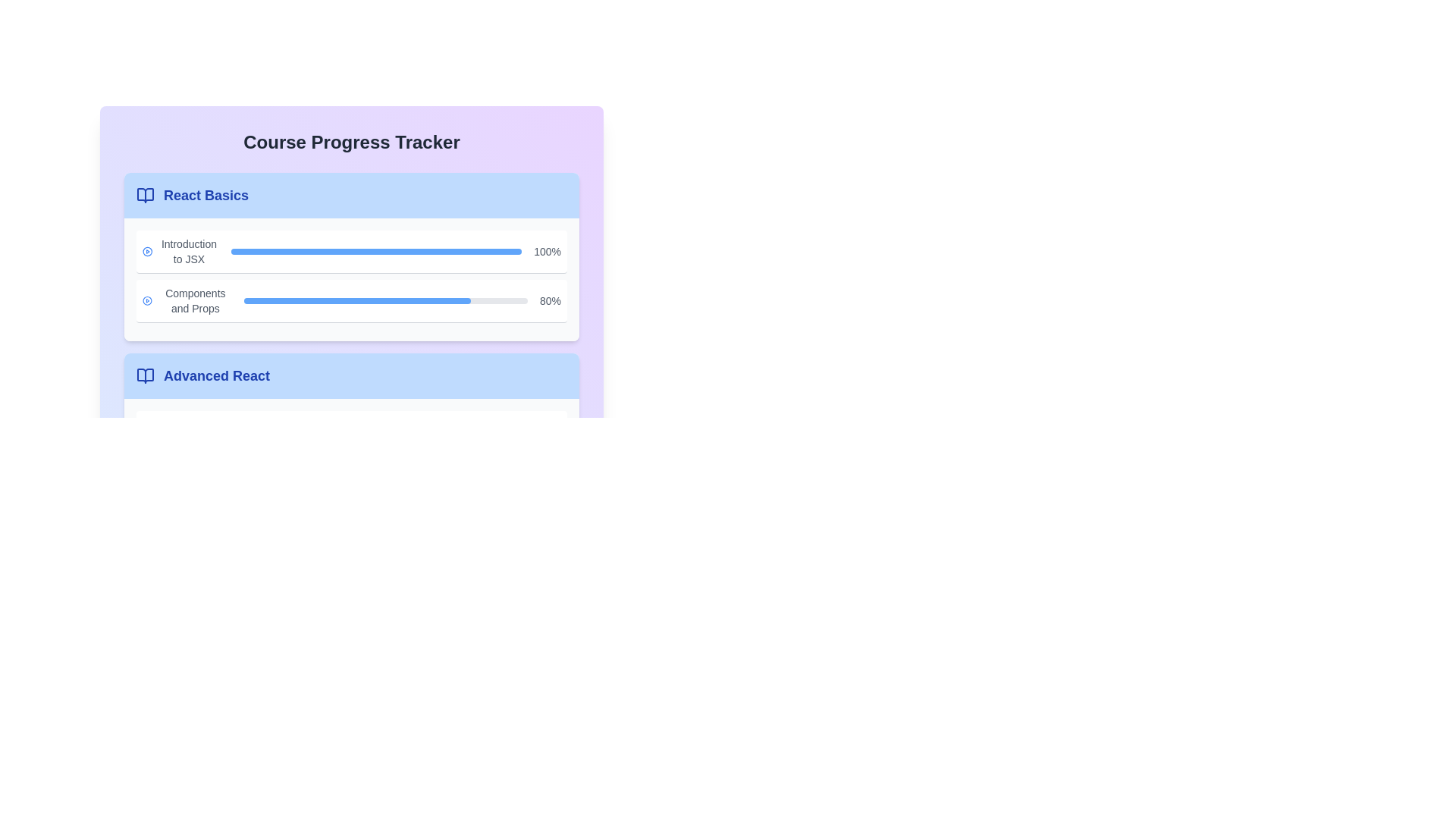 This screenshot has height=819, width=1456. Describe the element at coordinates (146, 195) in the screenshot. I see `the book icon representing the 'React Basics' course, which is positioned to the left of the text 'React Basics'` at that location.